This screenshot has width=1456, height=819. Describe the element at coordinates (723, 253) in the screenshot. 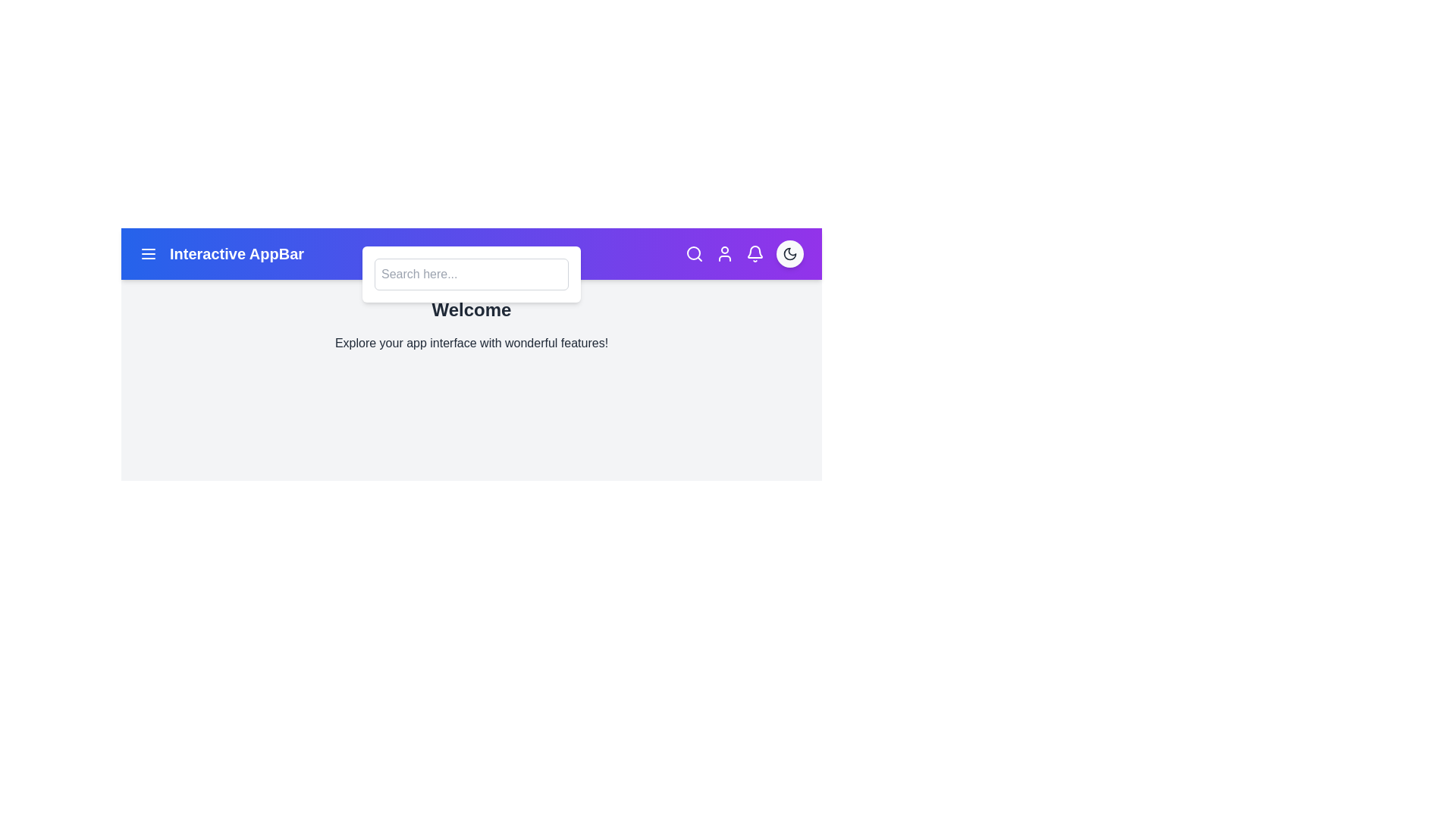

I see `the user profile icon in the app bar` at that location.